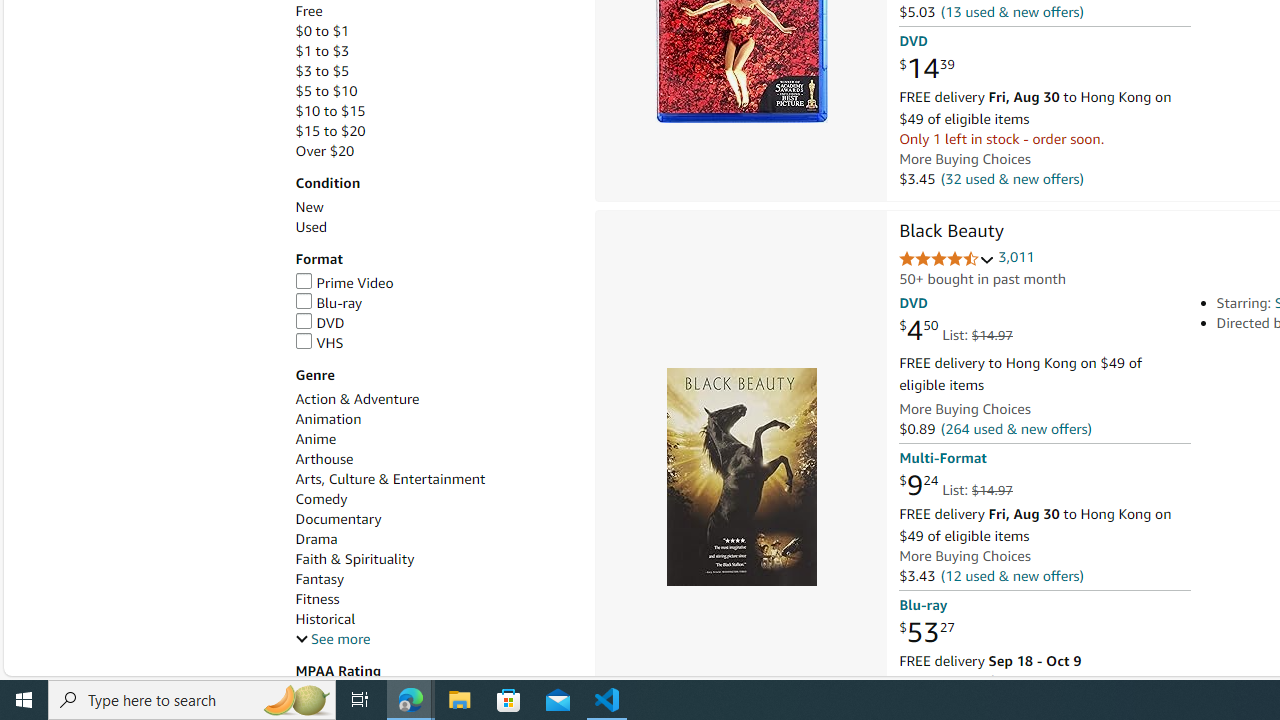 This screenshot has height=720, width=1280. What do you see at coordinates (330, 131) in the screenshot?
I see `'$15 to $20'` at bounding box center [330, 131].